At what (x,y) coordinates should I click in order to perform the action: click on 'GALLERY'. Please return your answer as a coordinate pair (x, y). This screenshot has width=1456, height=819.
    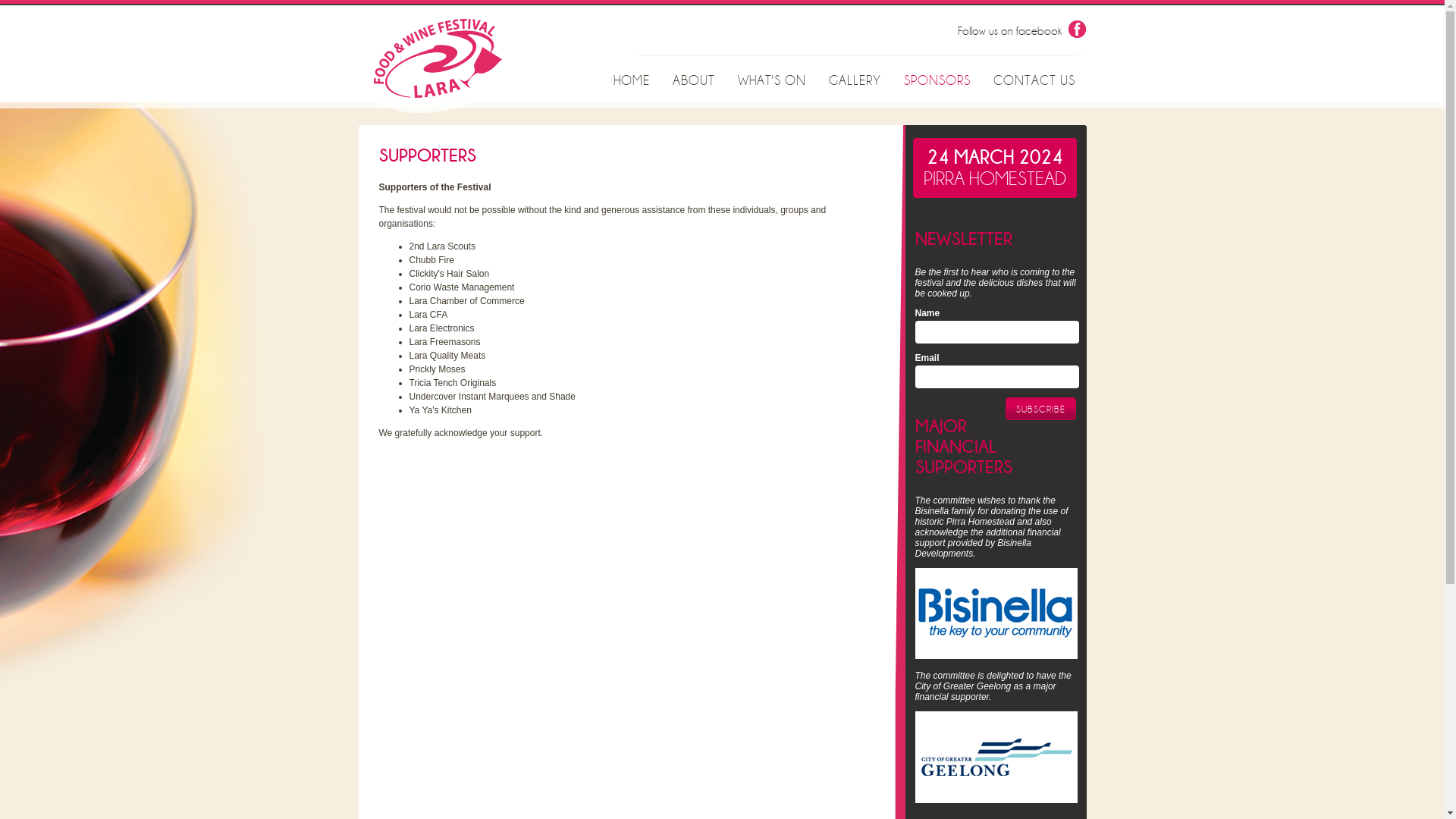
    Looking at the image, I should click on (817, 81).